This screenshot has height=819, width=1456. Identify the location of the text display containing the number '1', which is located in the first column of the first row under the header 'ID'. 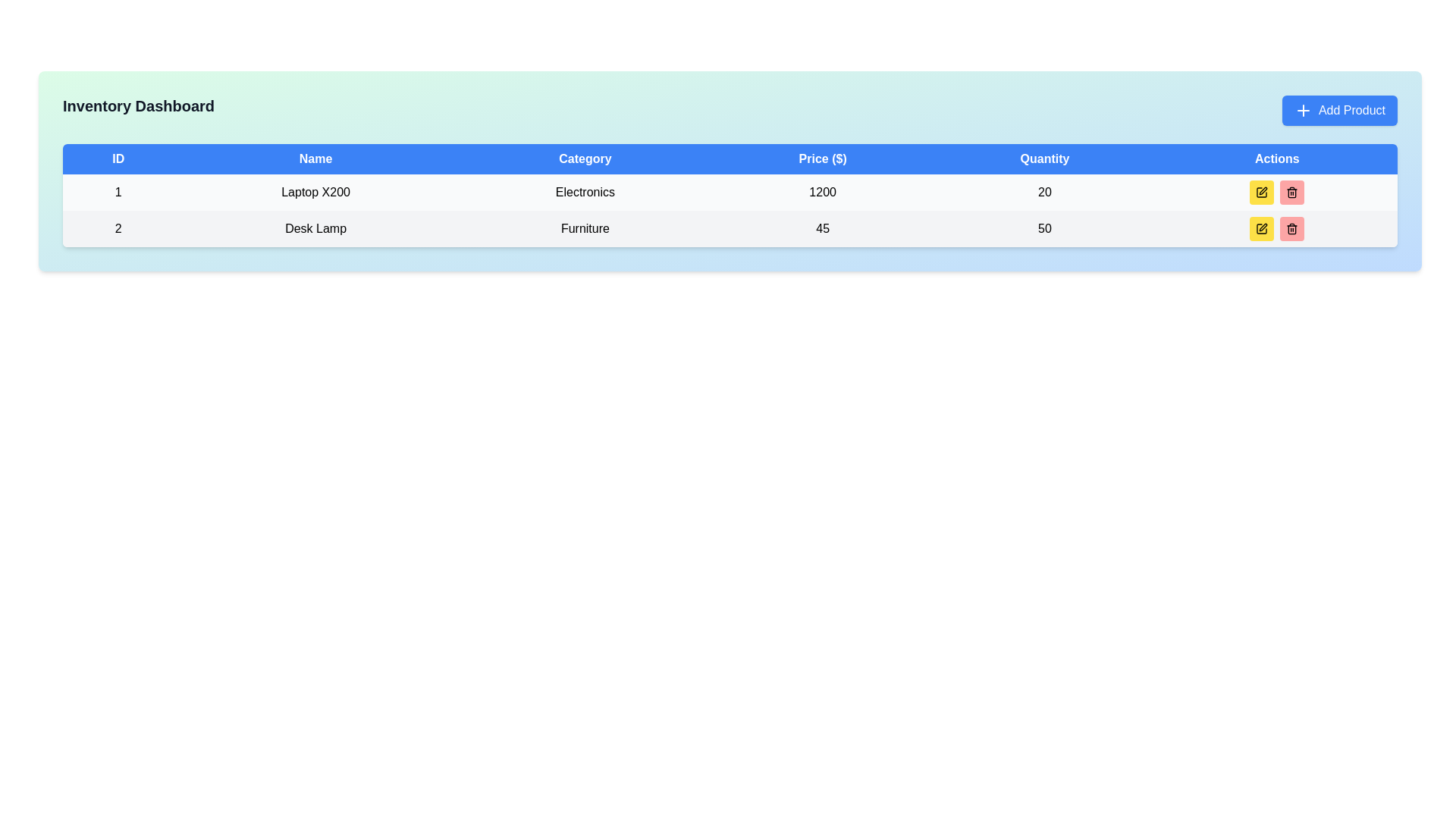
(118, 192).